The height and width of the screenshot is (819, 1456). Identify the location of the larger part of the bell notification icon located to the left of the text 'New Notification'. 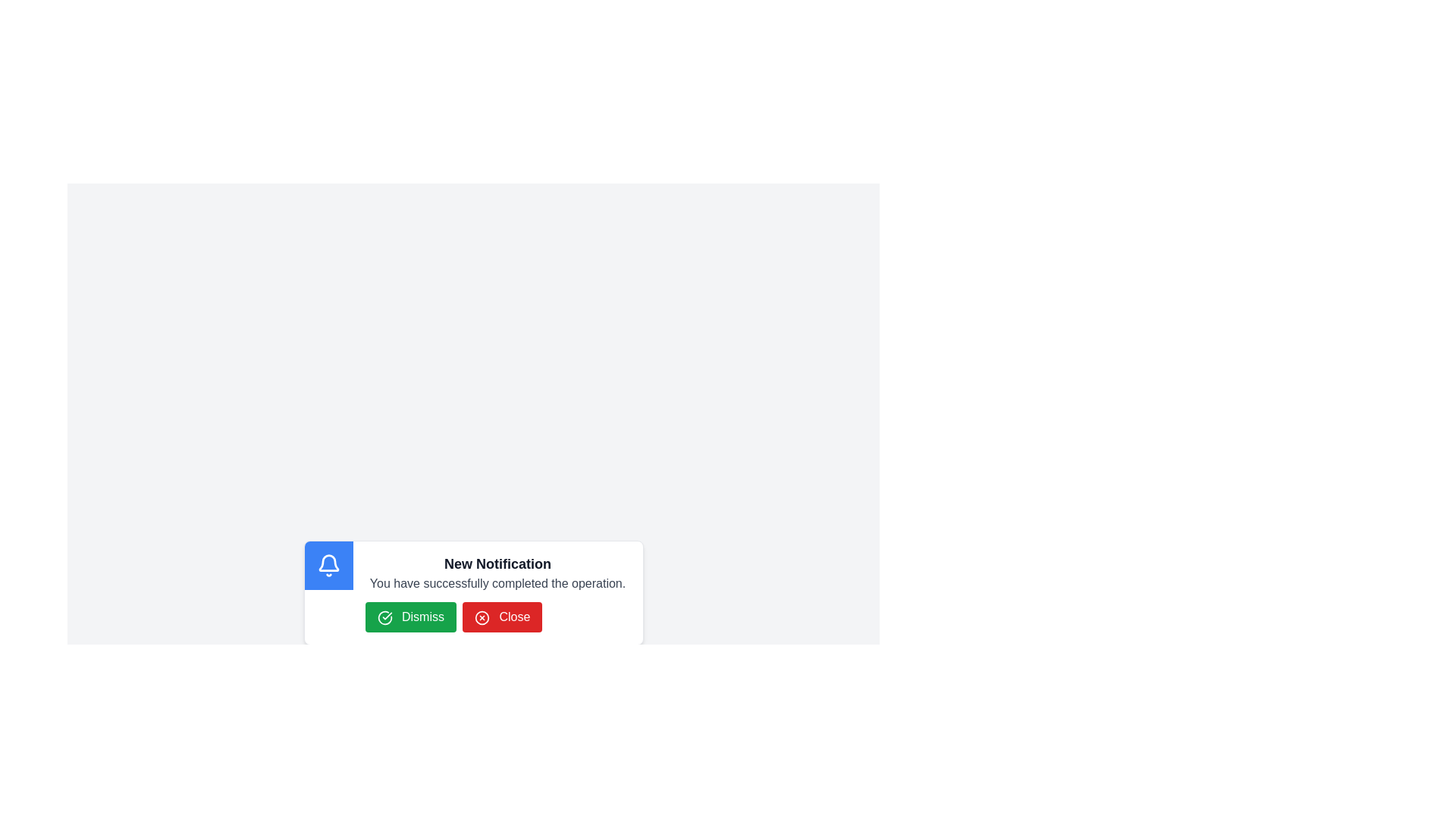
(328, 563).